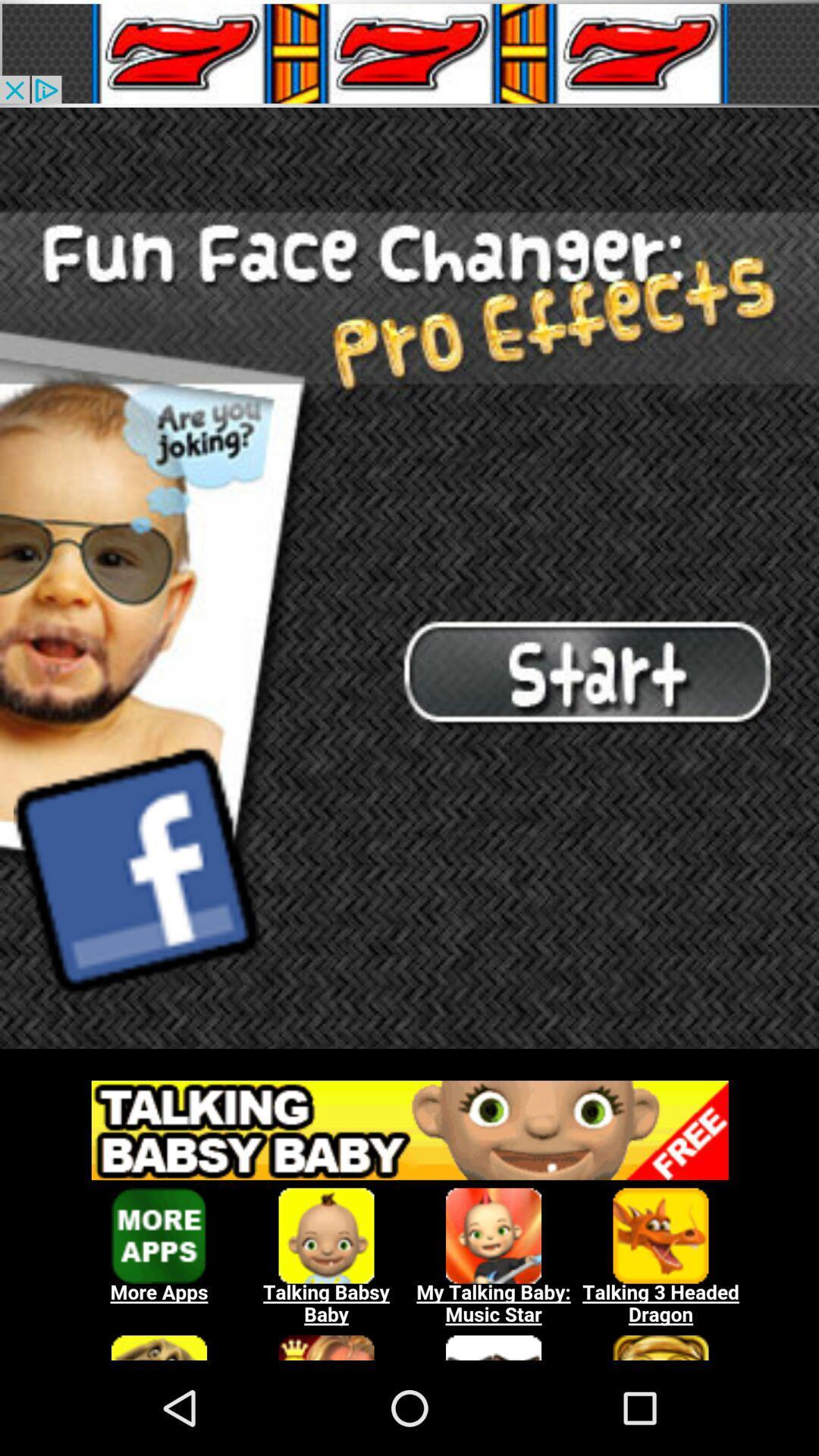 Image resolution: width=819 pixels, height=1456 pixels. What do you see at coordinates (409, 1211) in the screenshot?
I see `advertisements zone` at bounding box center [409, 1211].